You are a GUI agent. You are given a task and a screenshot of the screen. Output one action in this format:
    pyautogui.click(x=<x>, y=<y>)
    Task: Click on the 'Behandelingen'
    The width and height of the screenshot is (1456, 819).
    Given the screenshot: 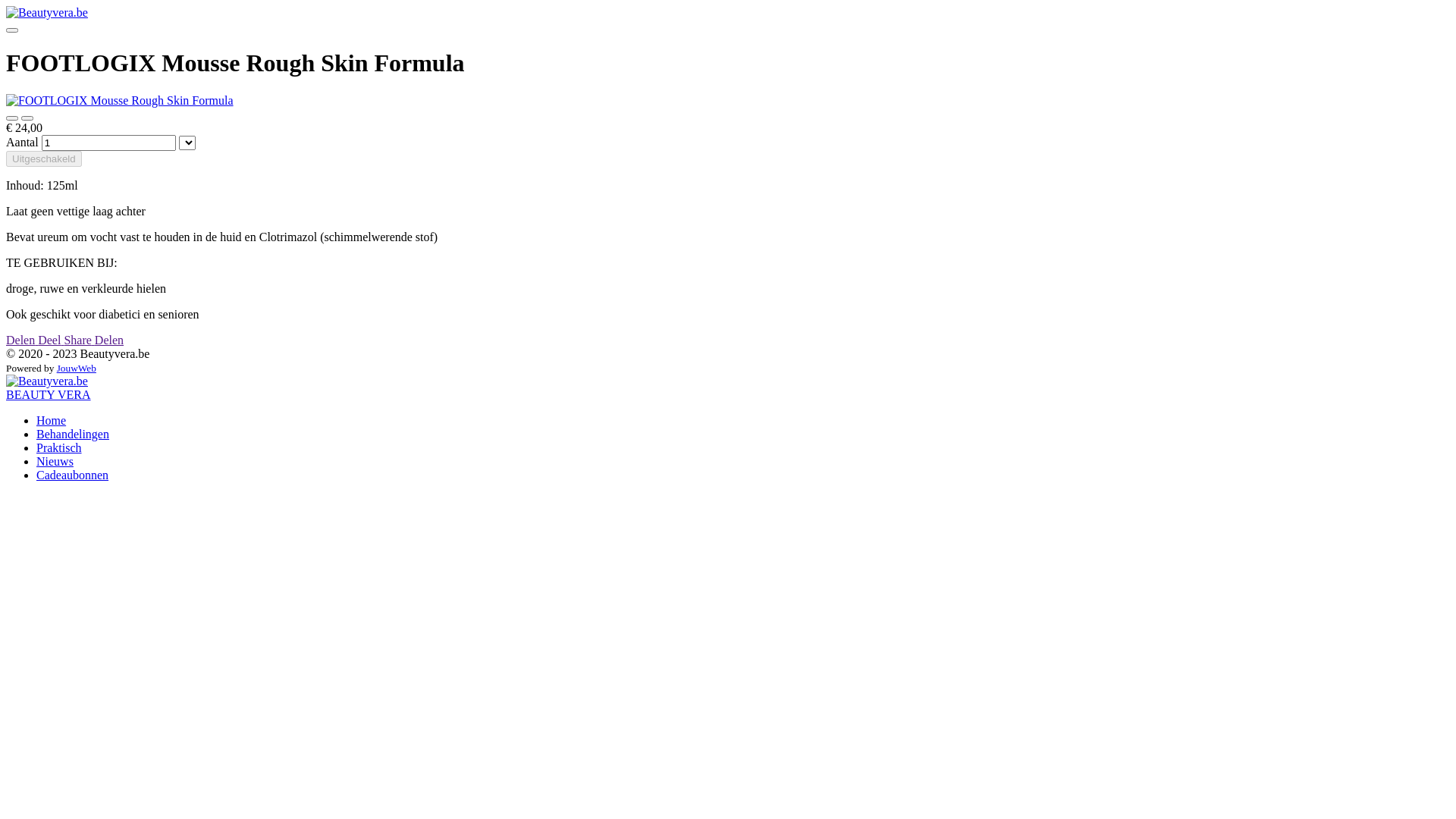 What is the action you would take?
    pyautogui.click(x=72, y=434)
    